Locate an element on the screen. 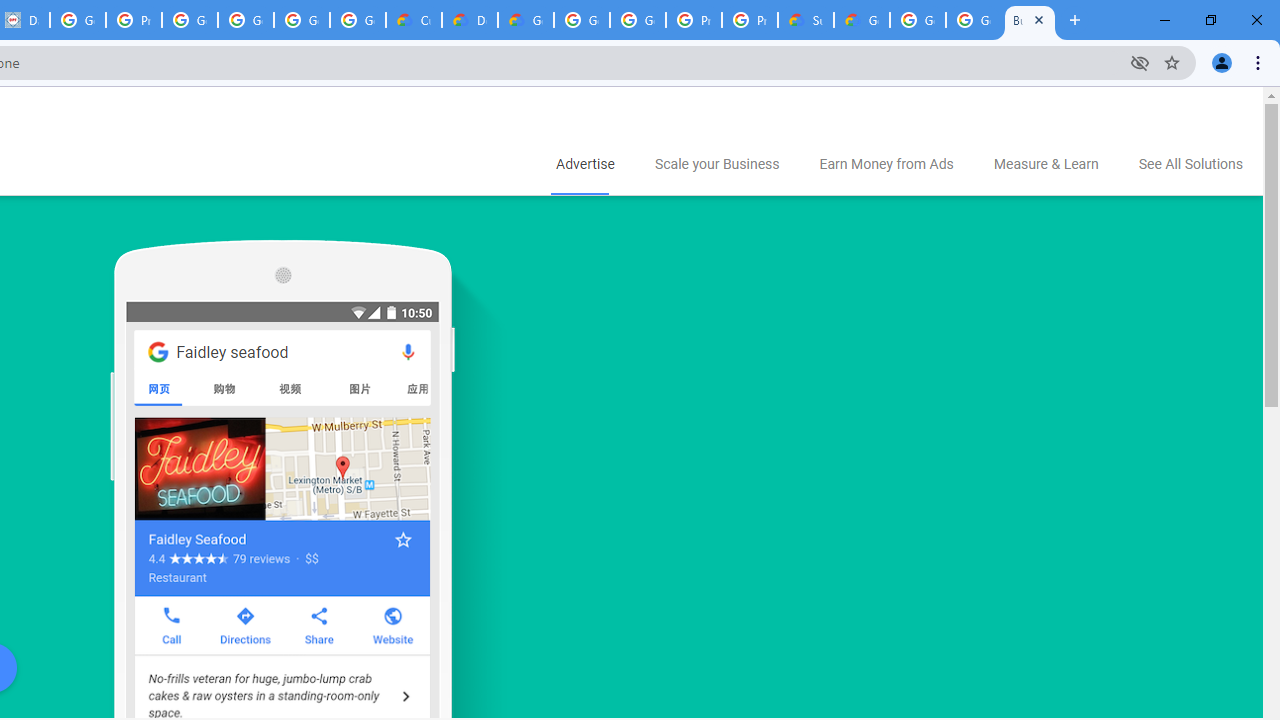 The width and height of the screenshot is (1280, 720). 'Scale your Business' is located at coordinates (716, 164).